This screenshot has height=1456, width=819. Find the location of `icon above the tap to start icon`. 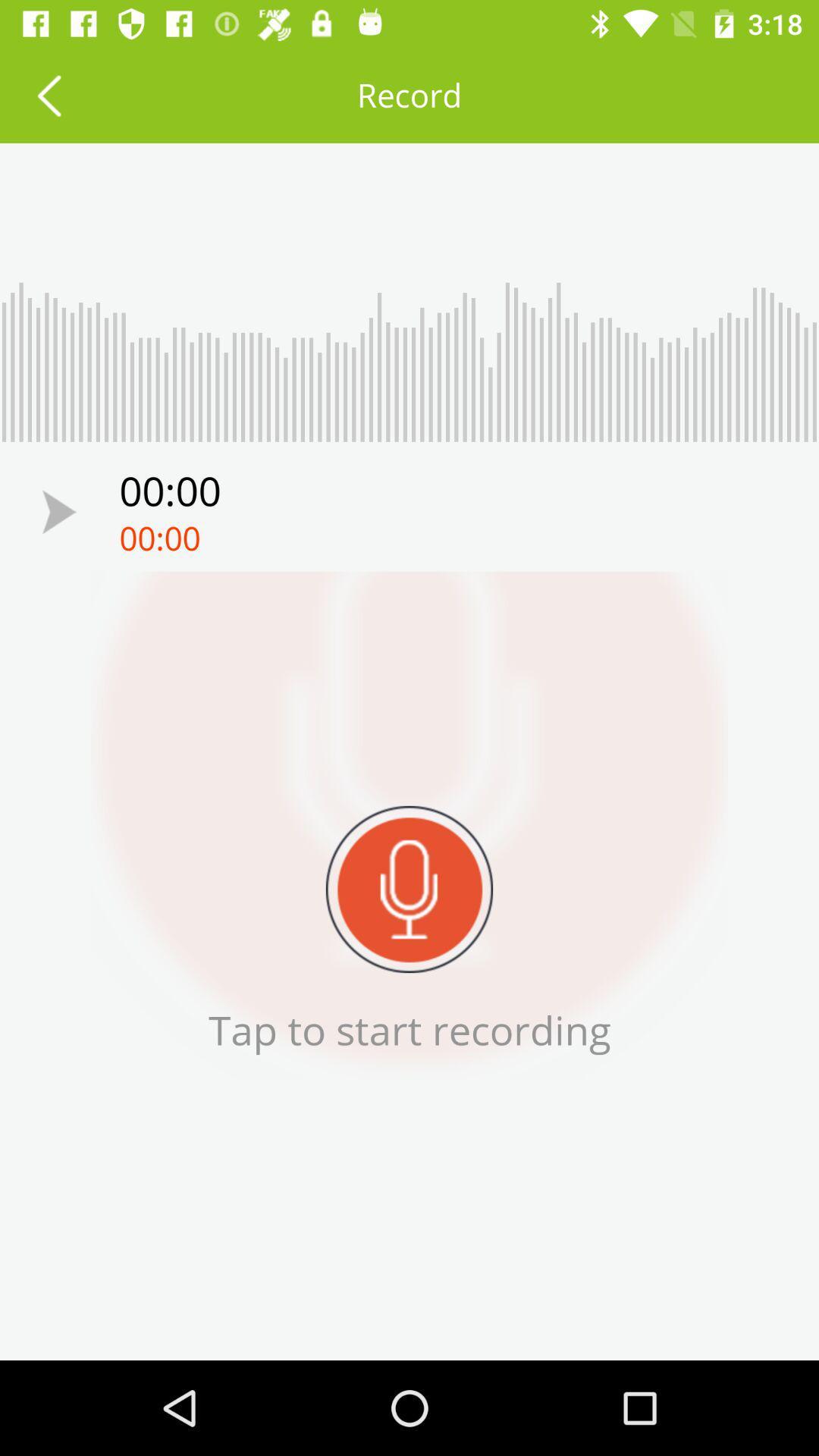

icon above the tap to start icon is located at coordinates (58, 512).